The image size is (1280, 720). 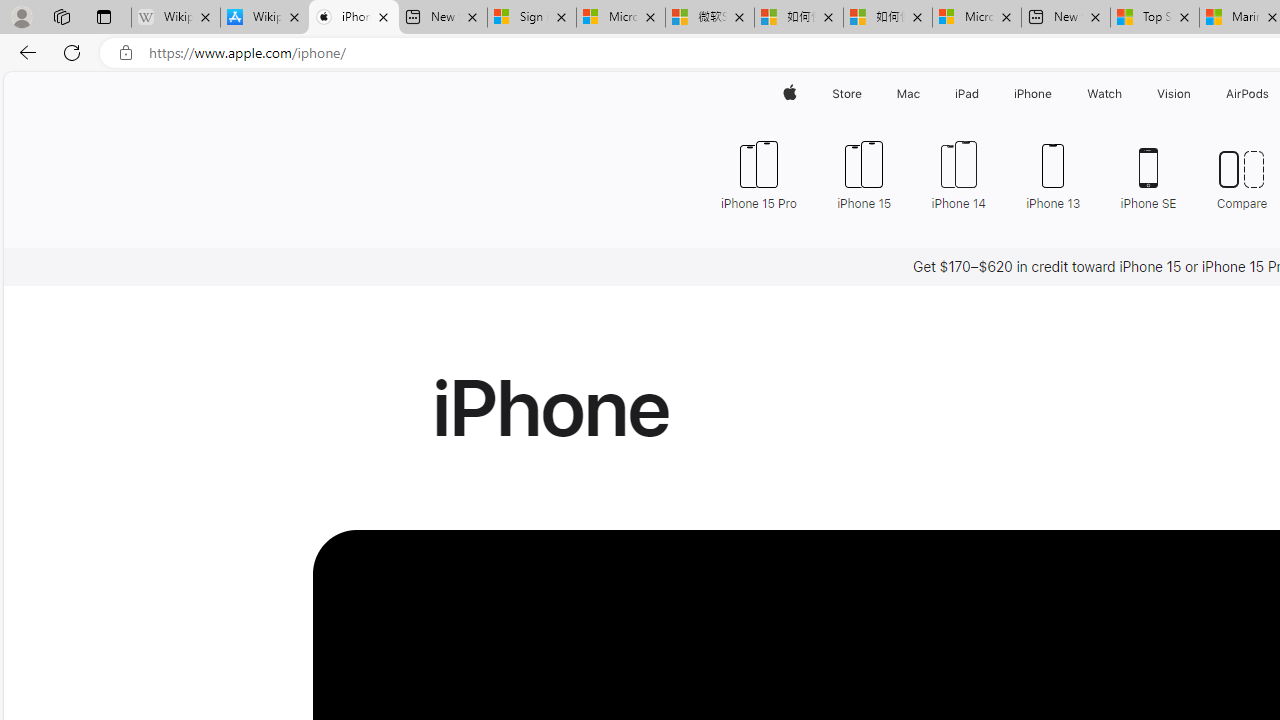 What do you see at coordinates (907, 93) in the screenshot?
I see `'Mac'` at bounding box center [907, 93].